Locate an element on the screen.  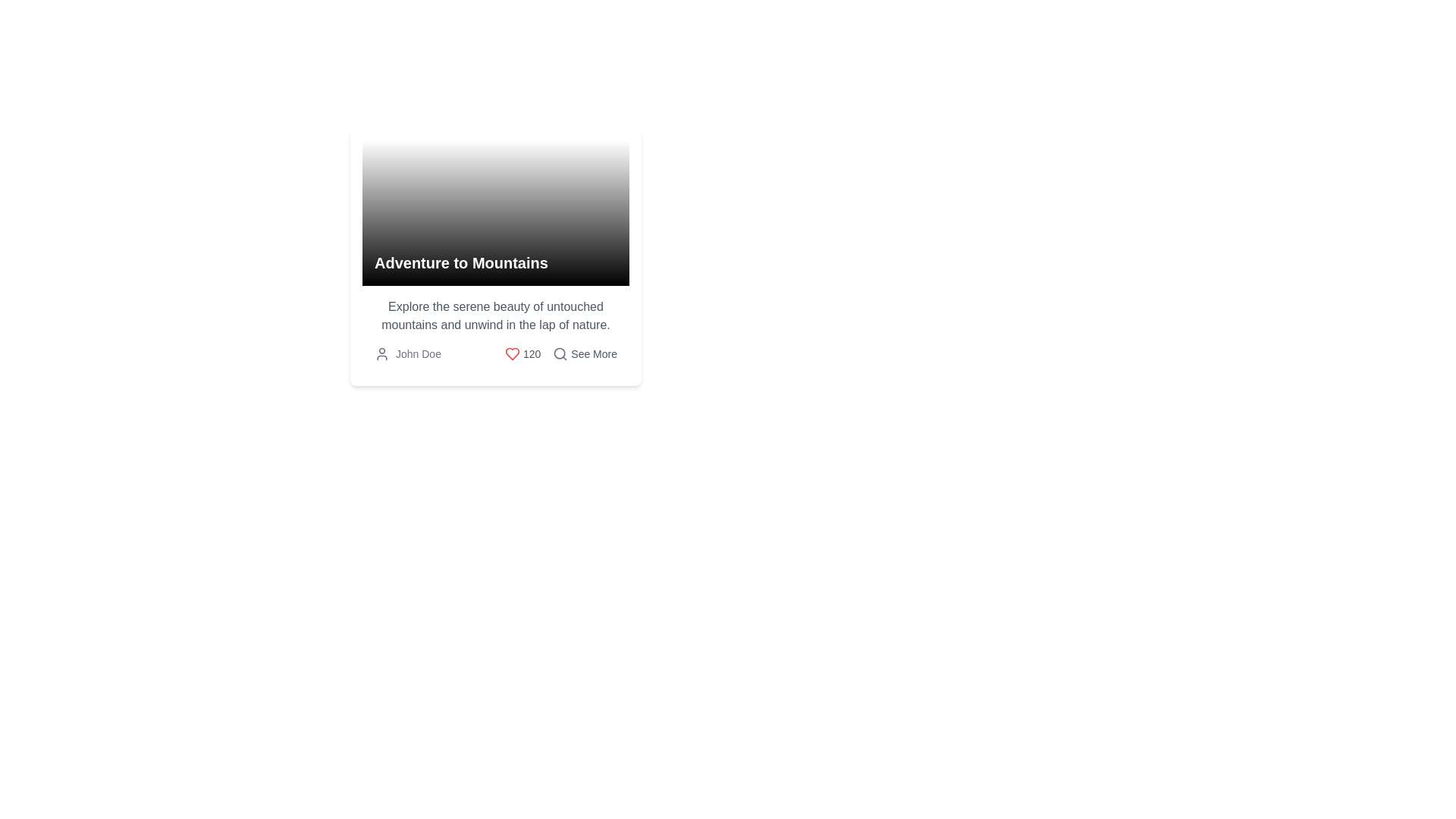
the gray magnifying glass icon located to the left of the 'See More' text in the lower section of the card is located at coordinates (560, 353).